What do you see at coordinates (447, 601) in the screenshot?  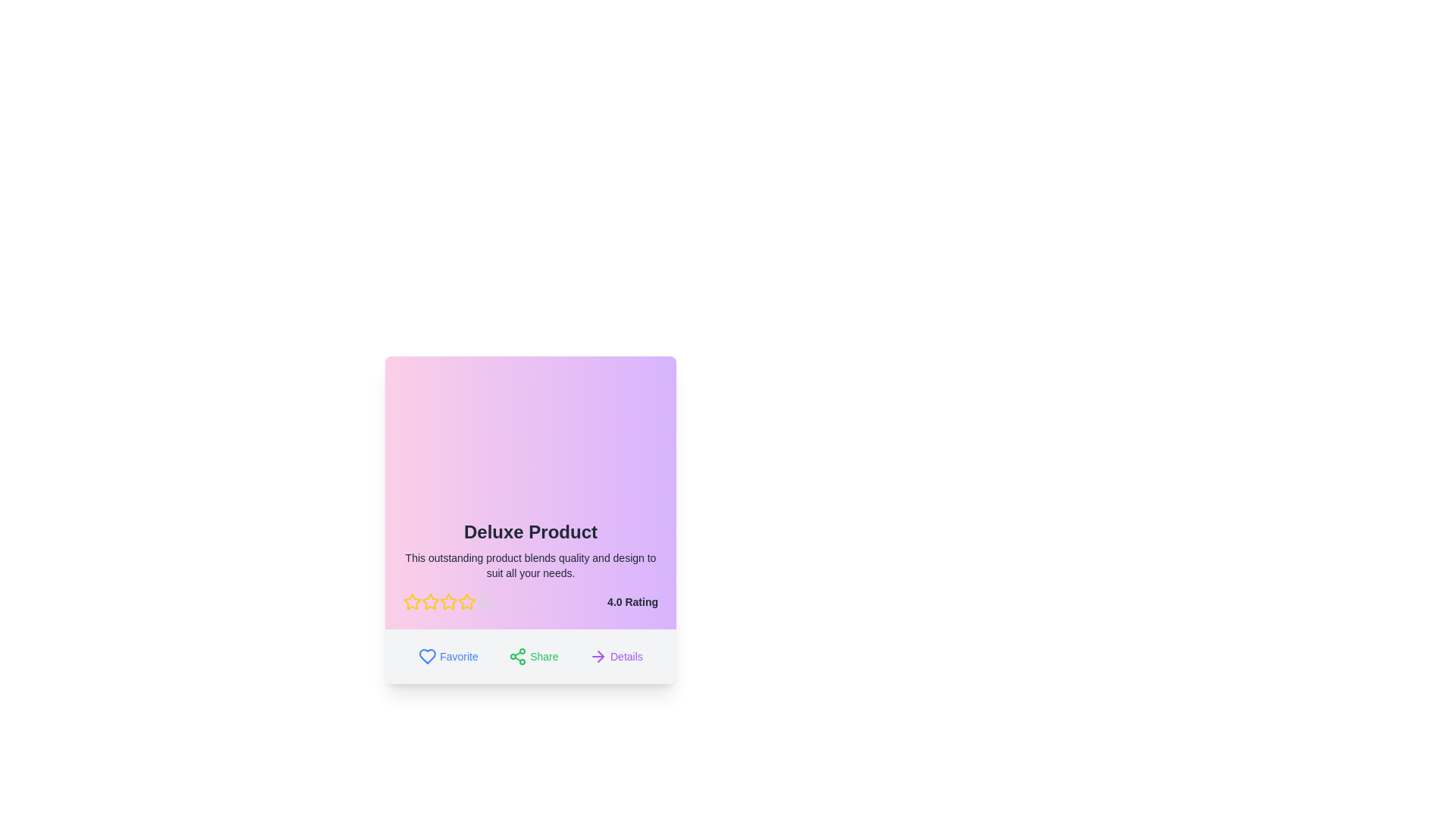 I see `the third star icon in the rating control for the 'Deluxe Product' to provide a rating` at bounding box center [447, 601].